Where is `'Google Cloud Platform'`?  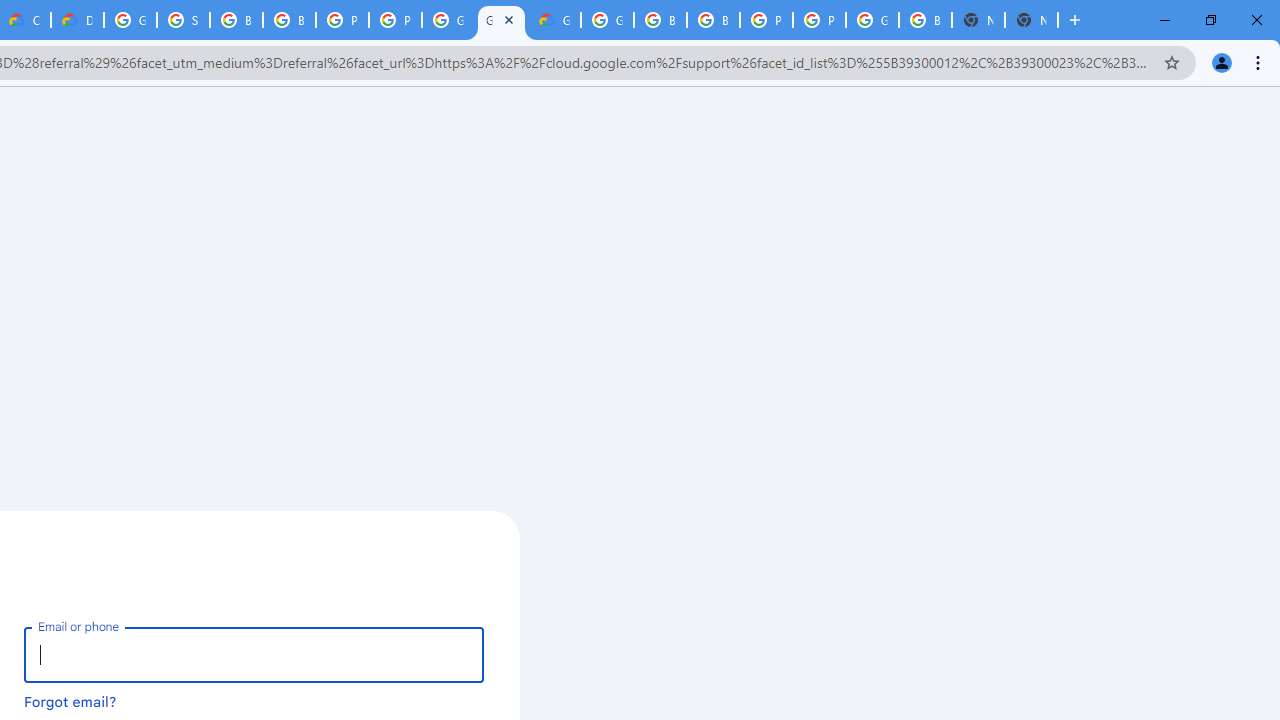 'Google Cloud Platform' is located at coordinates (606, 20).